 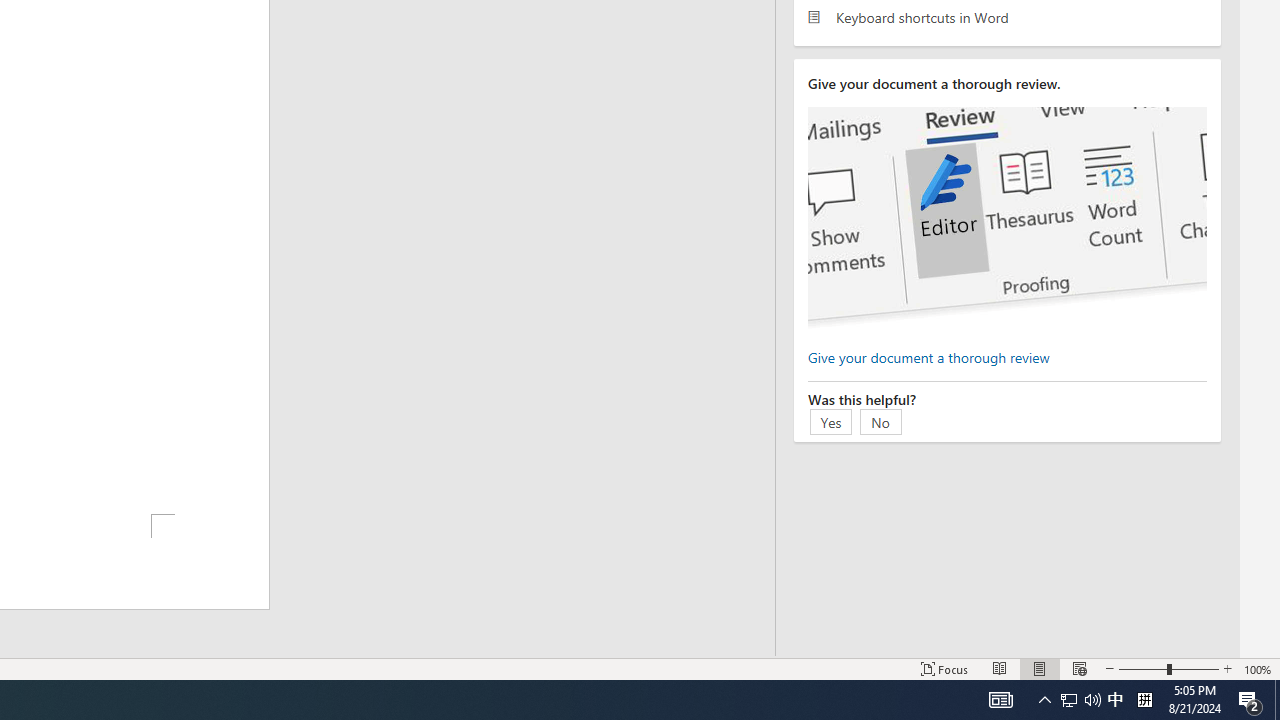 I want to click on 'Zoom 100%', so click(x=1257, y=669).